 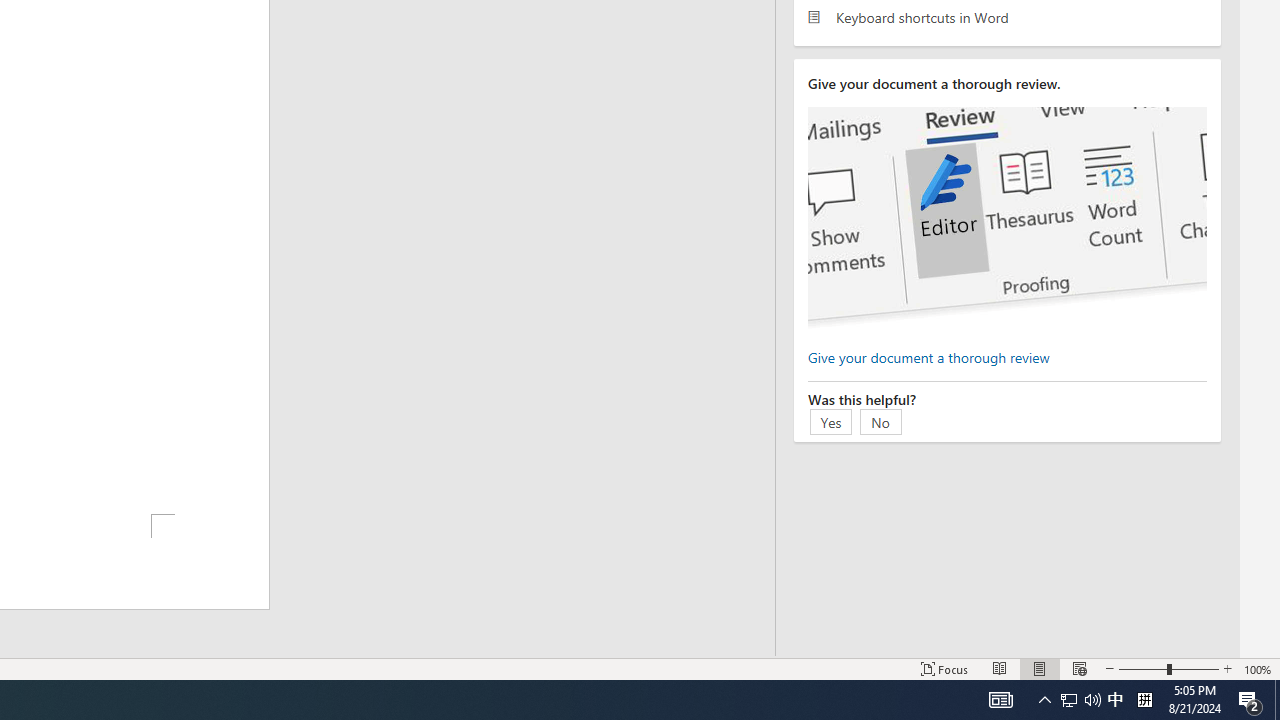 I want to click on 'Zoom 100%', so click(x=1257, y=669).